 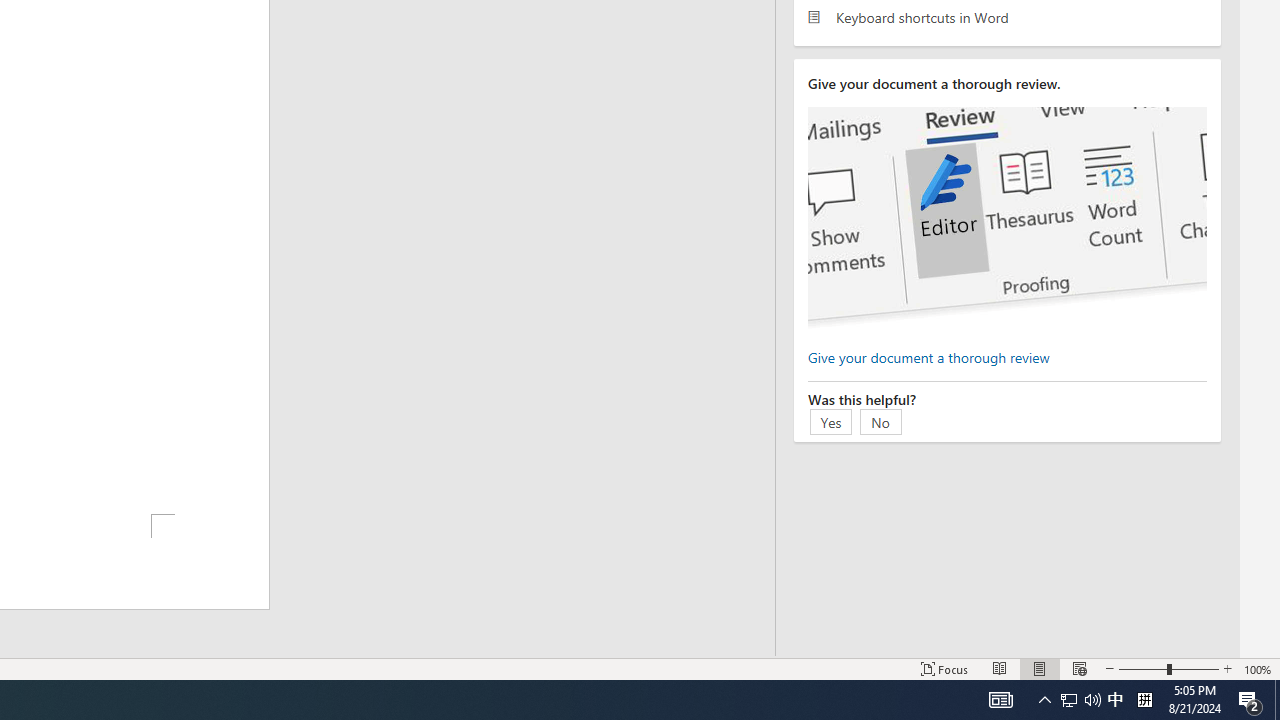 I want to click on 'Zoom 100%', so click(x=1257, y=669).